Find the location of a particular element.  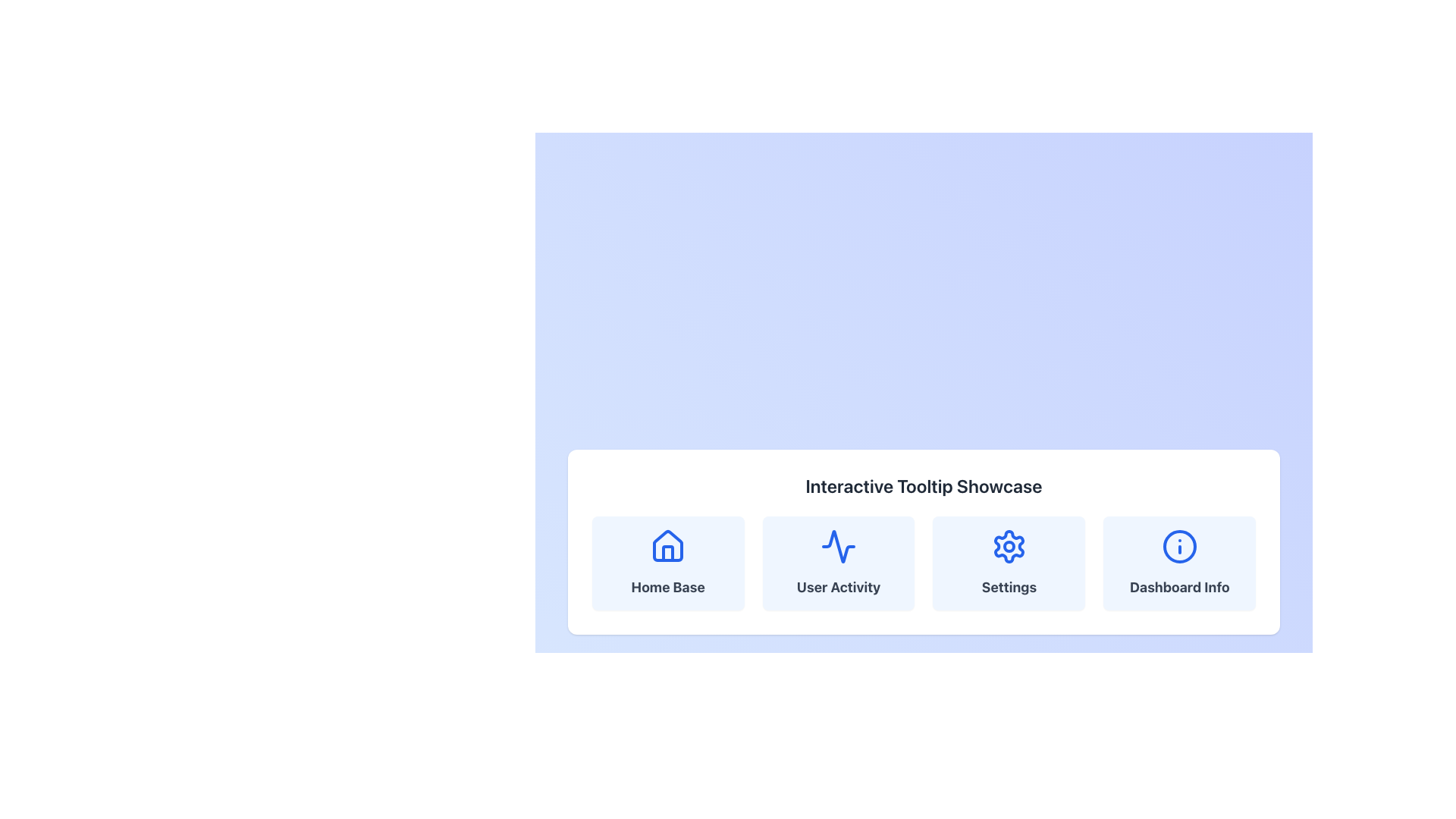

the 'Home Base' icon in the navigation menu, which is located in the first segment of the horizontal row of menu items at the bottom of the interface is located at coordinates (667, 546).